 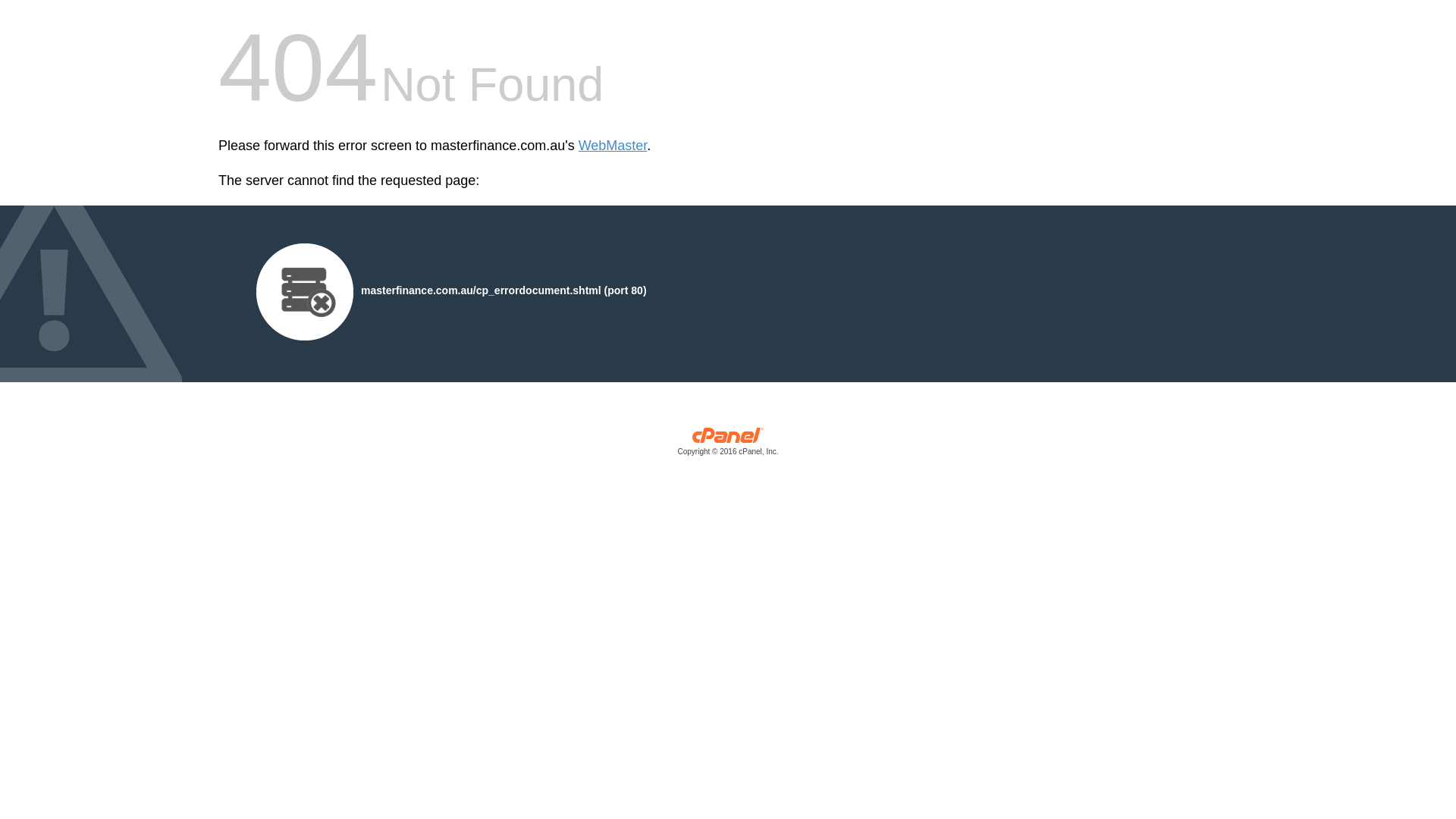 I want to click on 'WebMaster', so click(x=578, y=146).